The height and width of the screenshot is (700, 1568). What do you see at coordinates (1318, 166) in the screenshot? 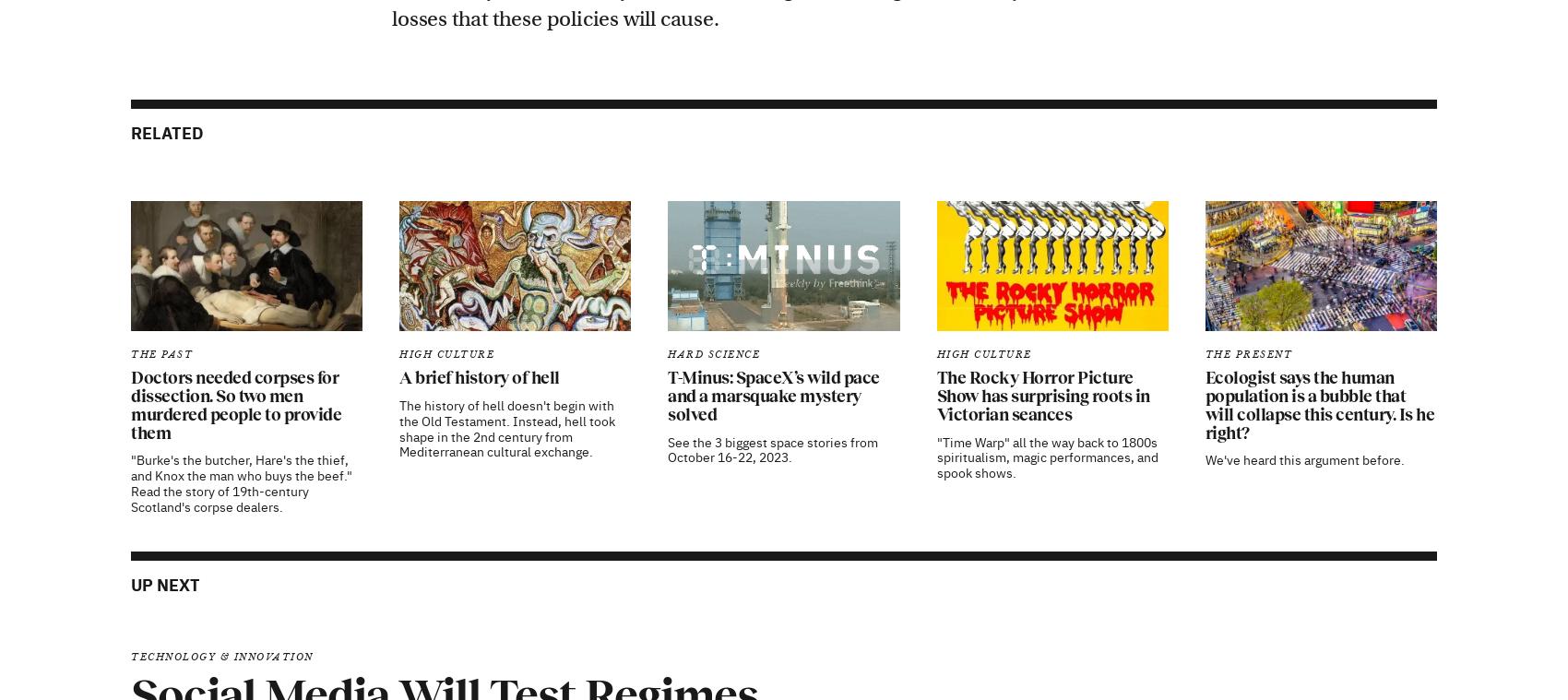
I see `'Ecologist says the human population is a bubble that will collapse this century. Is he right?'` at bounding box center [1318, 166].